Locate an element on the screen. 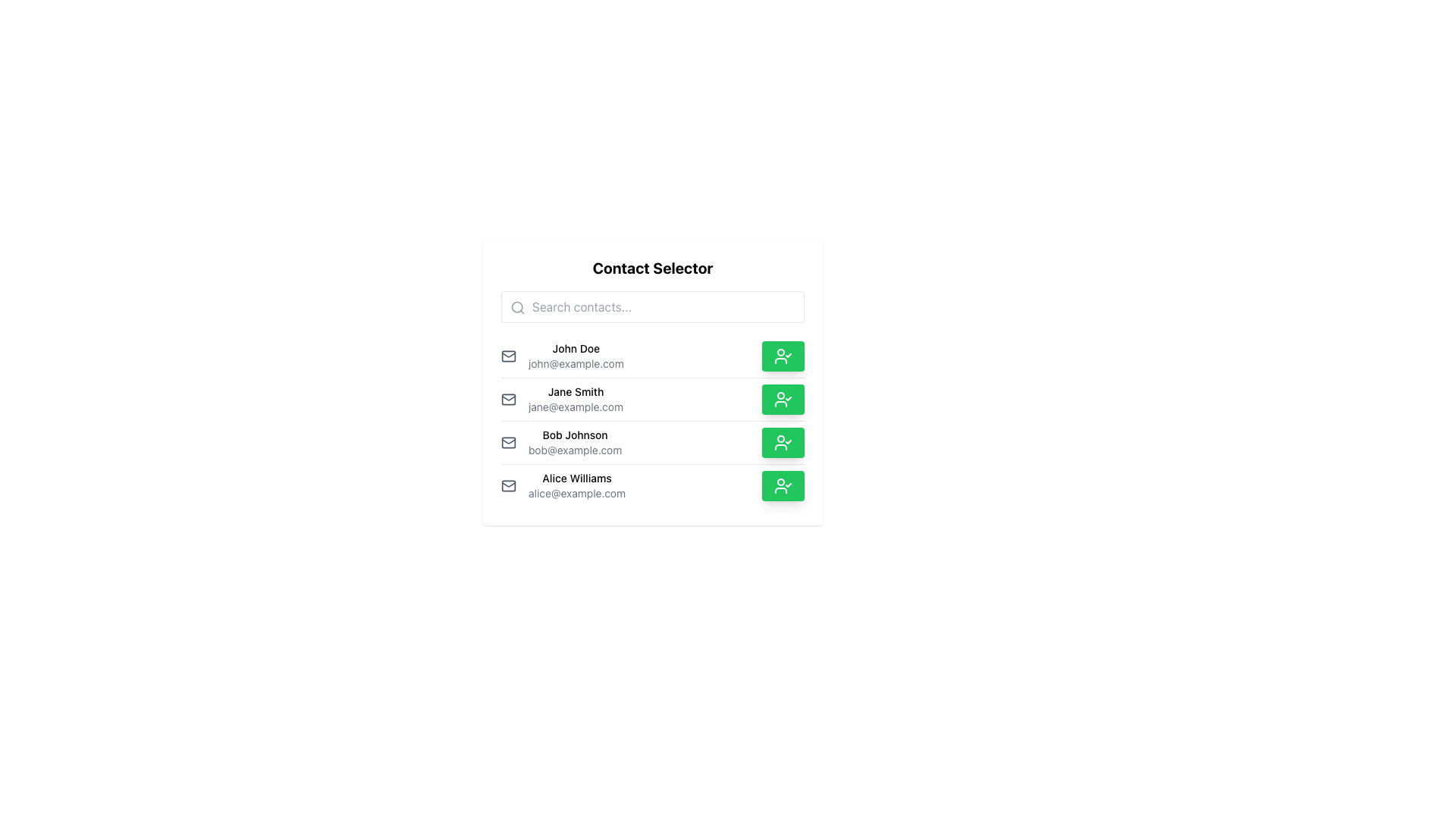  the text label displaying the email address 'bob@example.com' located beneath the name 'Bob Johnson' in the contact selector interface is located at coordinates (574, 450).